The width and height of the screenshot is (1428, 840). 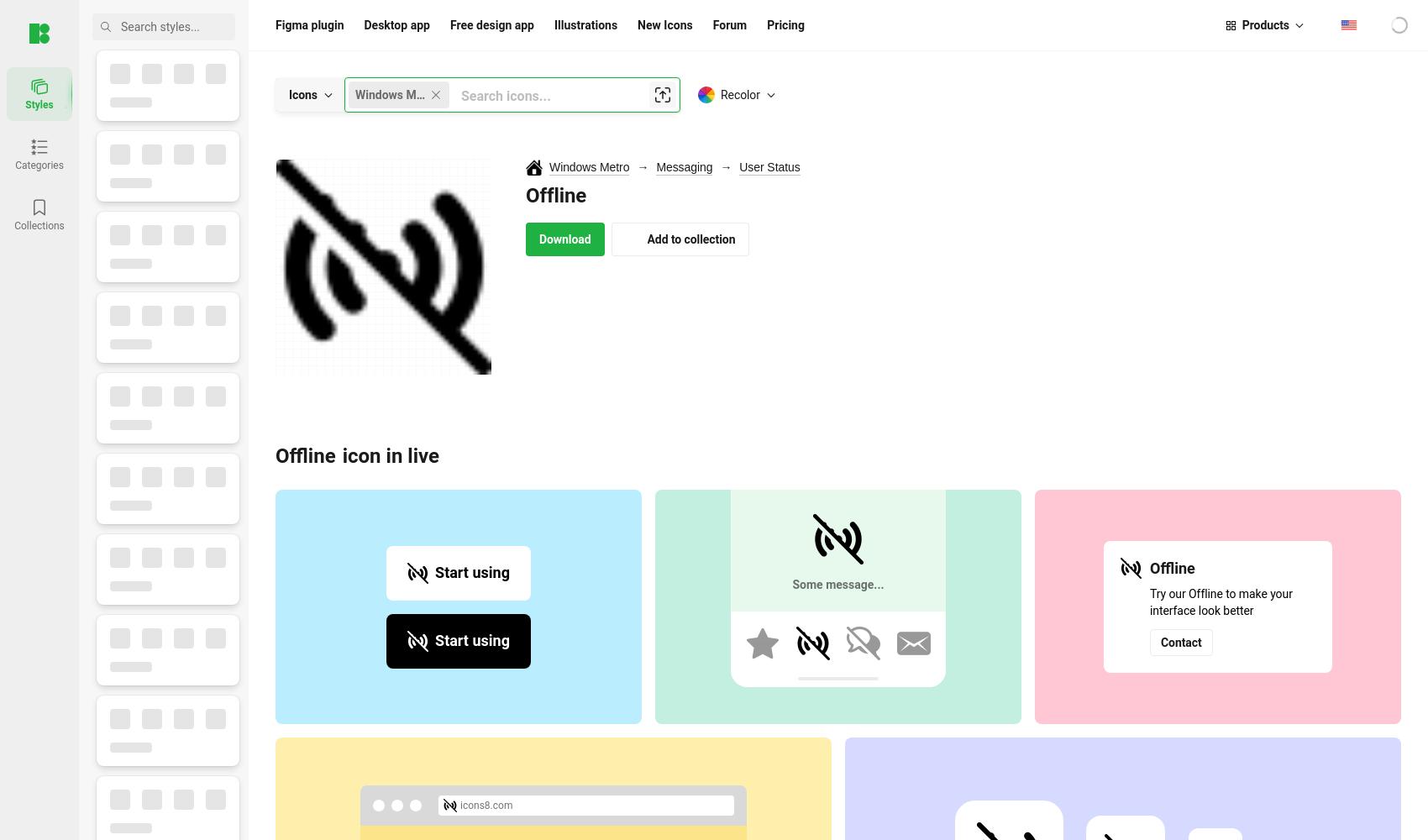 I want to click on 'User Status', so click(x=769, y=166).